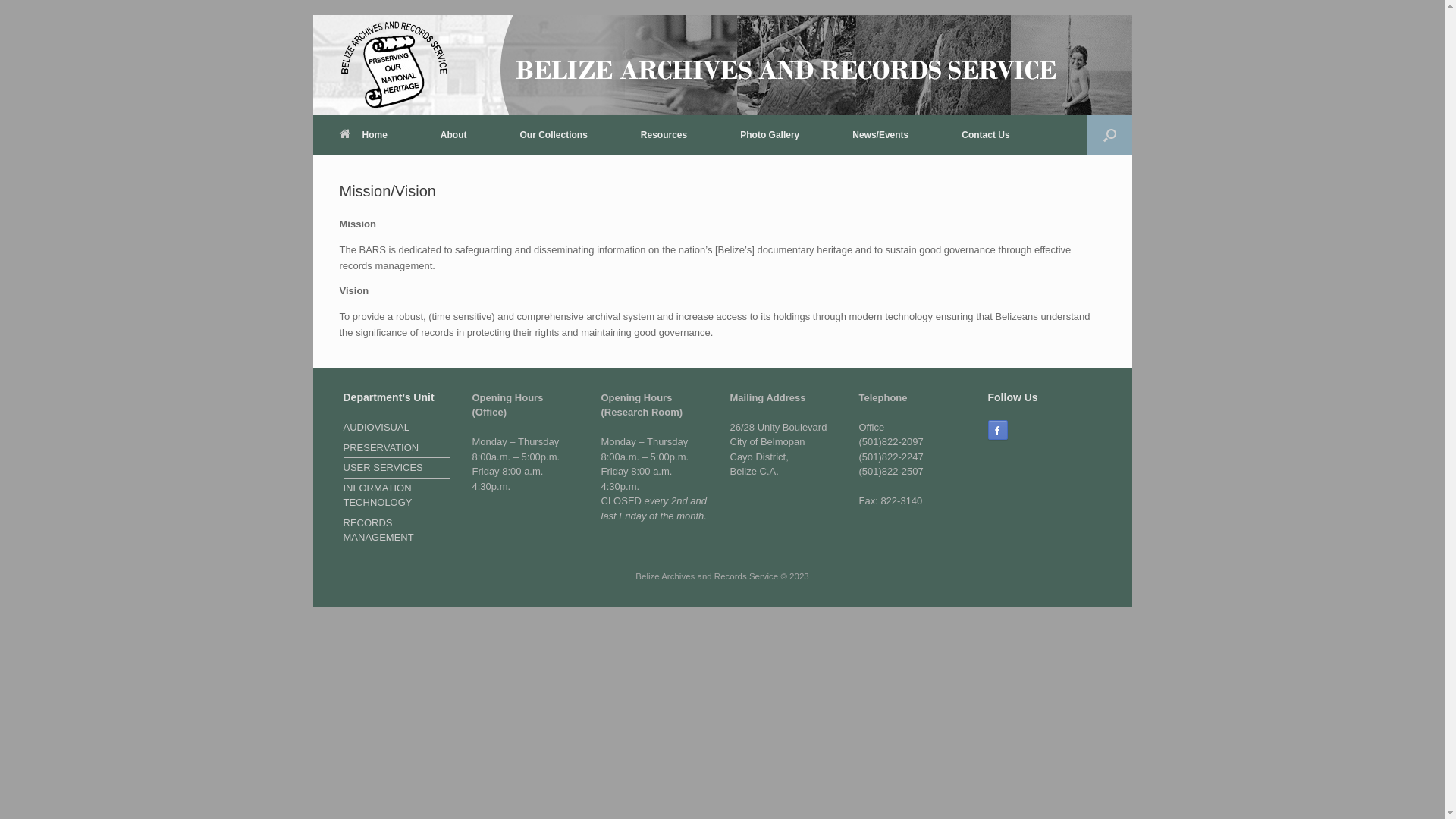 This screenshot has width=1456, height=819. Describe the element at coordinates (312, 133) in the screenshot. I see `'Home'` at that location.